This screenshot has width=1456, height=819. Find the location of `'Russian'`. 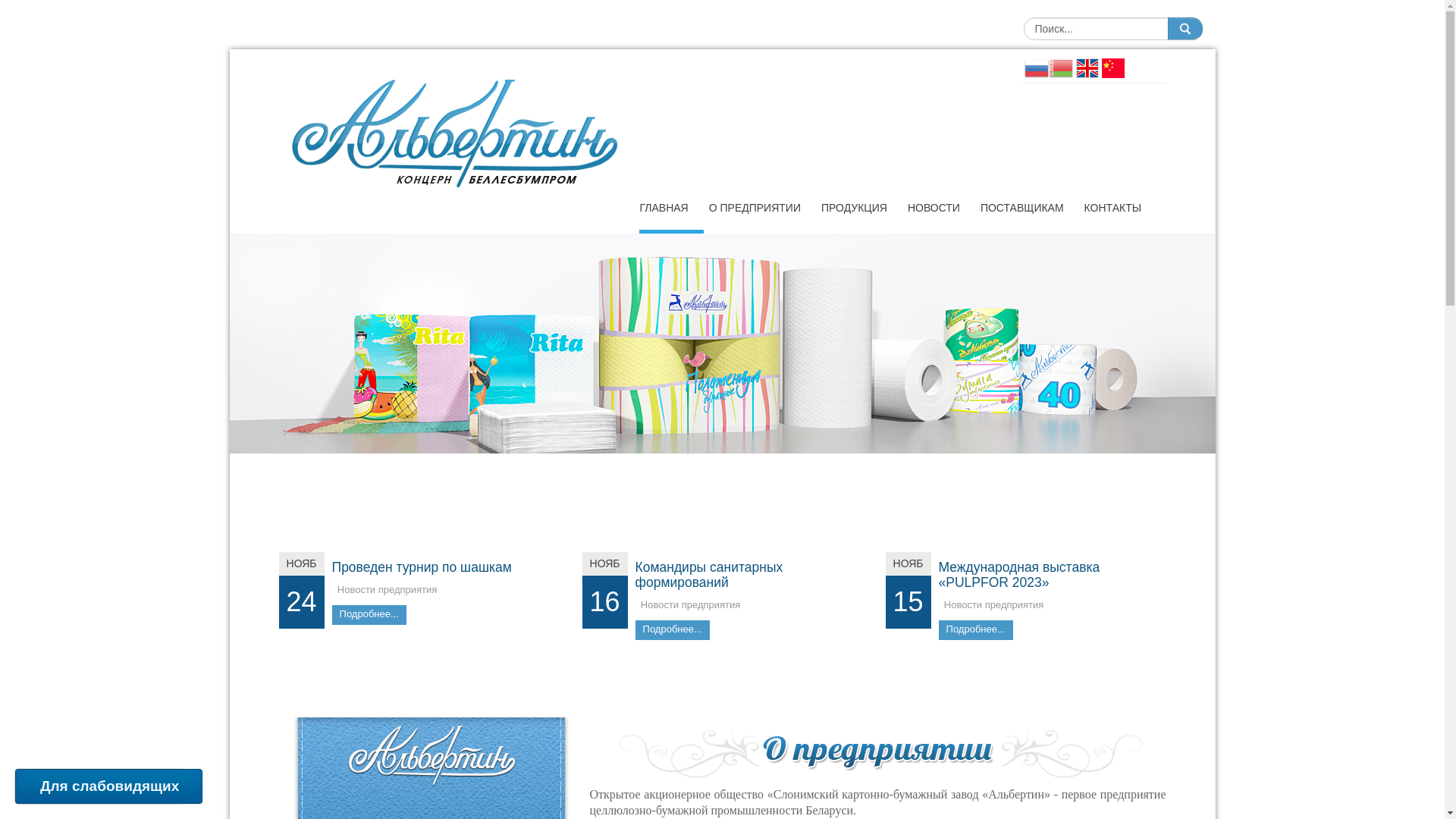

'Russian' is located at coordinates (1035, 66).